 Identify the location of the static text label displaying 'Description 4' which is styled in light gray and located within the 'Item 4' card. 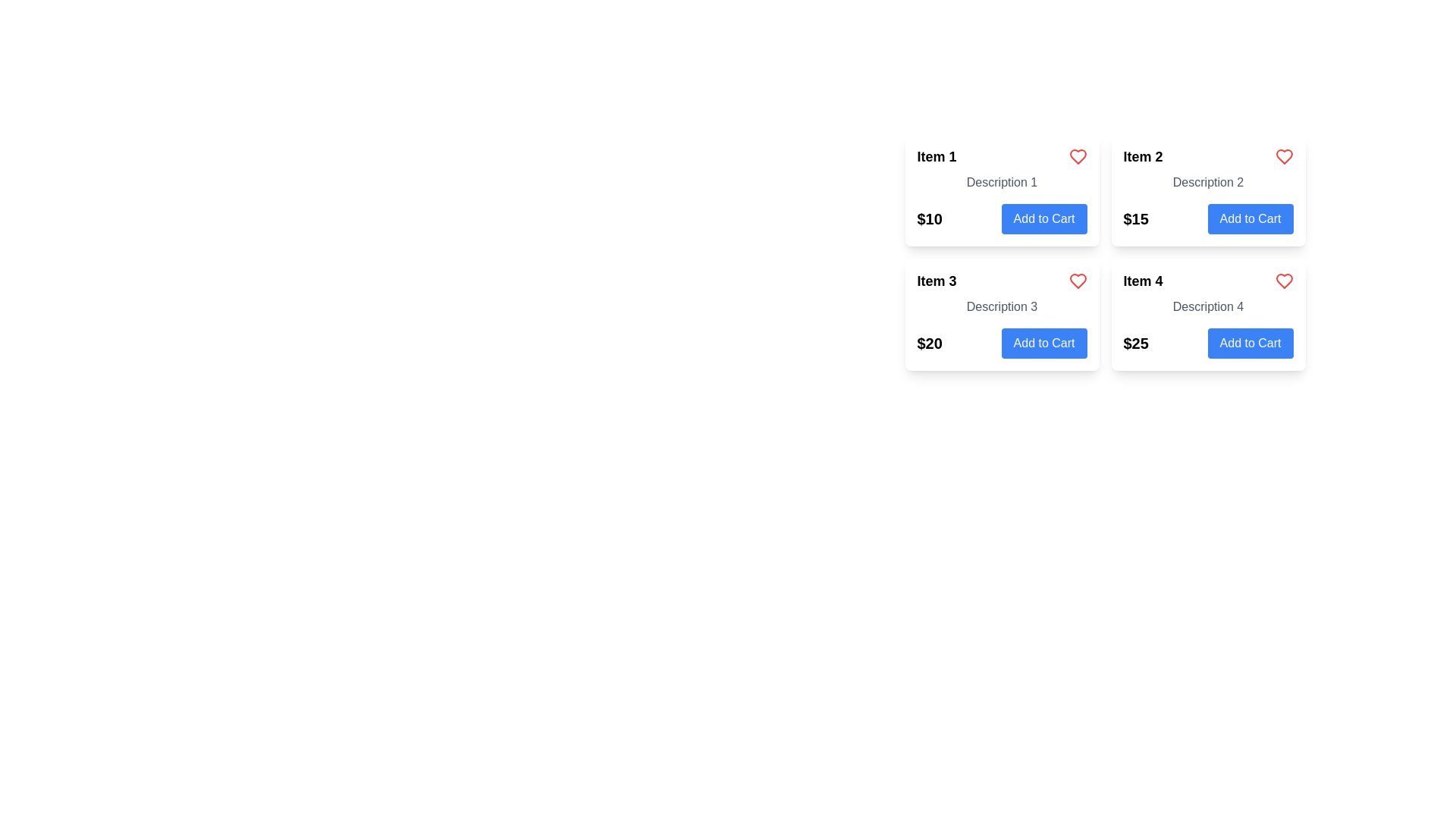
(1207, 307).